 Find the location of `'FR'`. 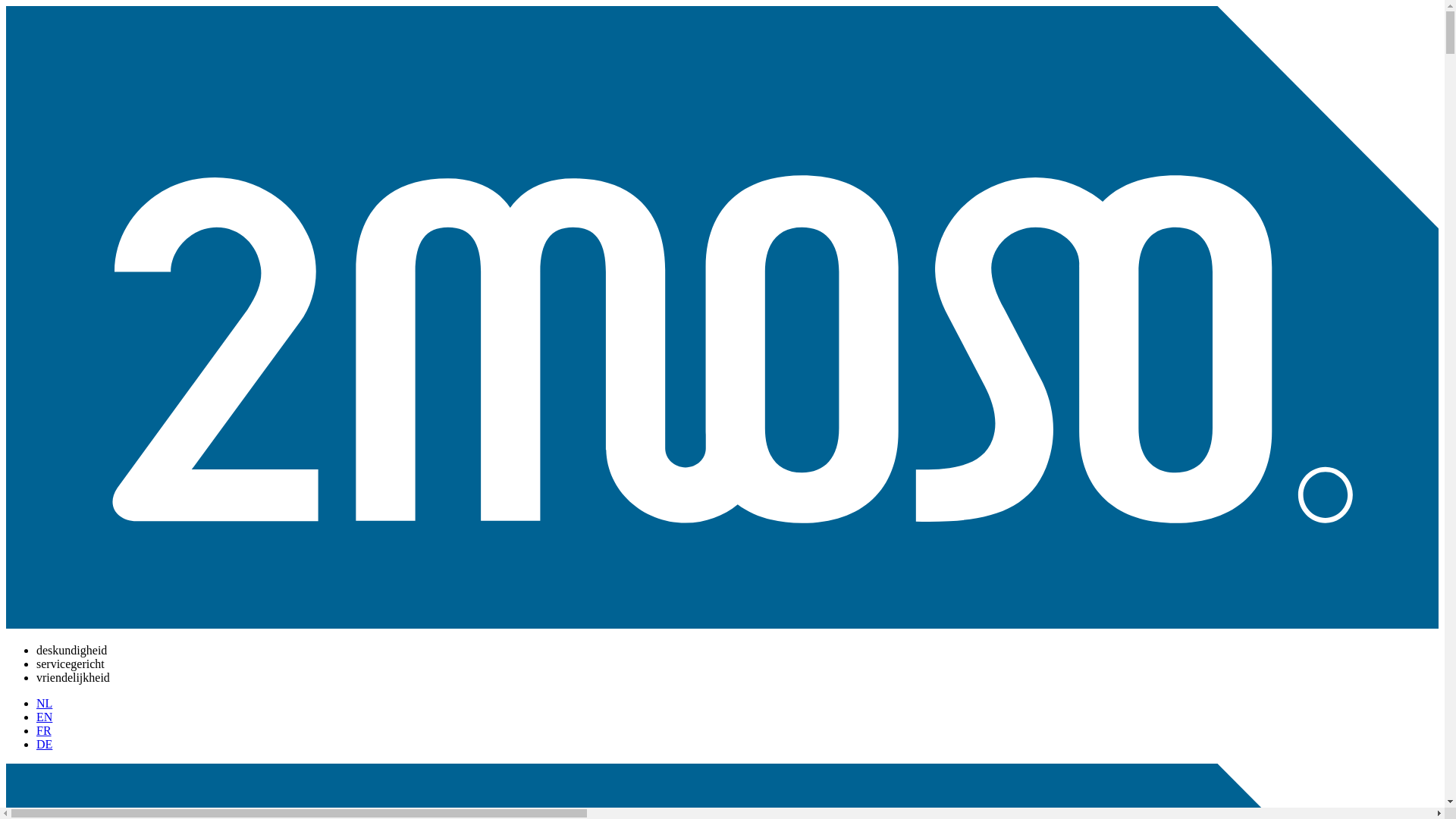

'FR' is located at coordinates (36, 730).